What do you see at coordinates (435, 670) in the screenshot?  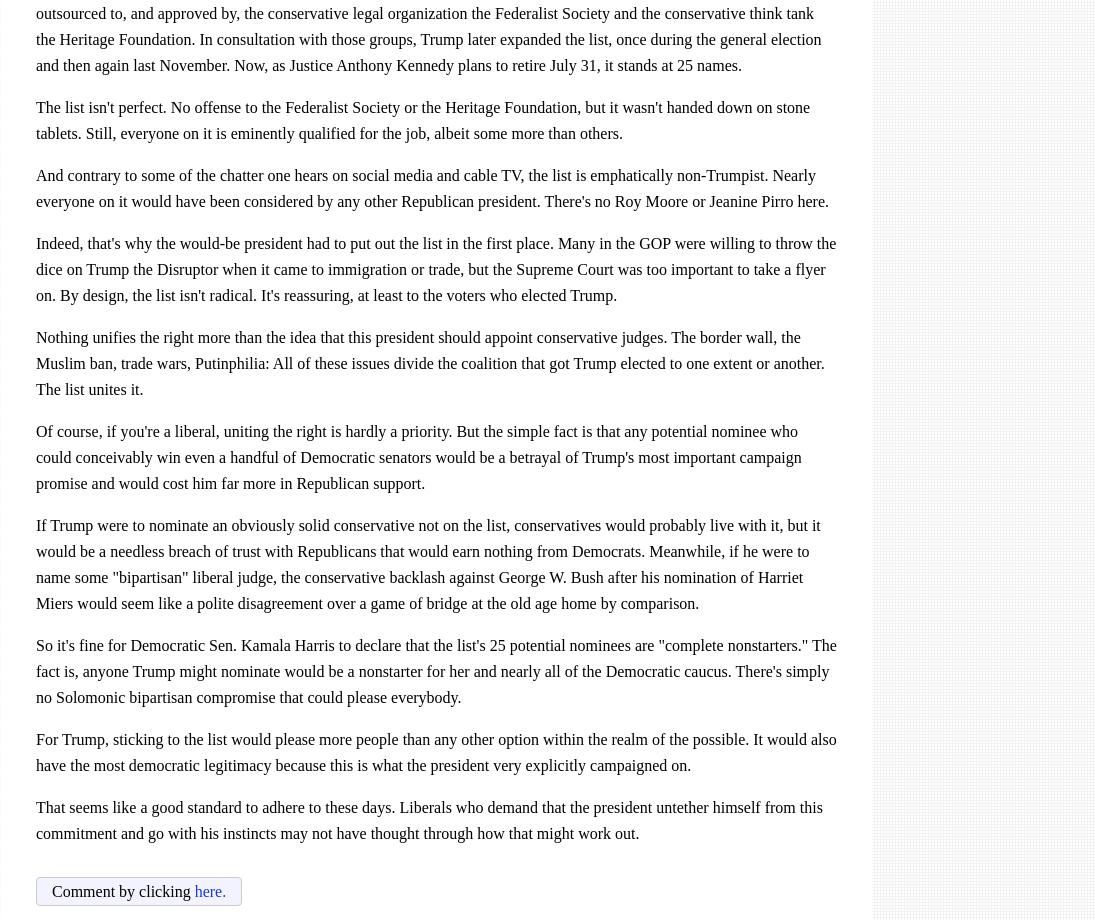 I see `'to declare that the list's 25 potential nominees are "complete nonstarters." The fact is, anyone Trump might nominate would be a nonstarter for her and nearly all of the Democratic caucus. There's simply no Solomonic bipartisan compromise that could please everybody.'` at bounding box center [435, 670].